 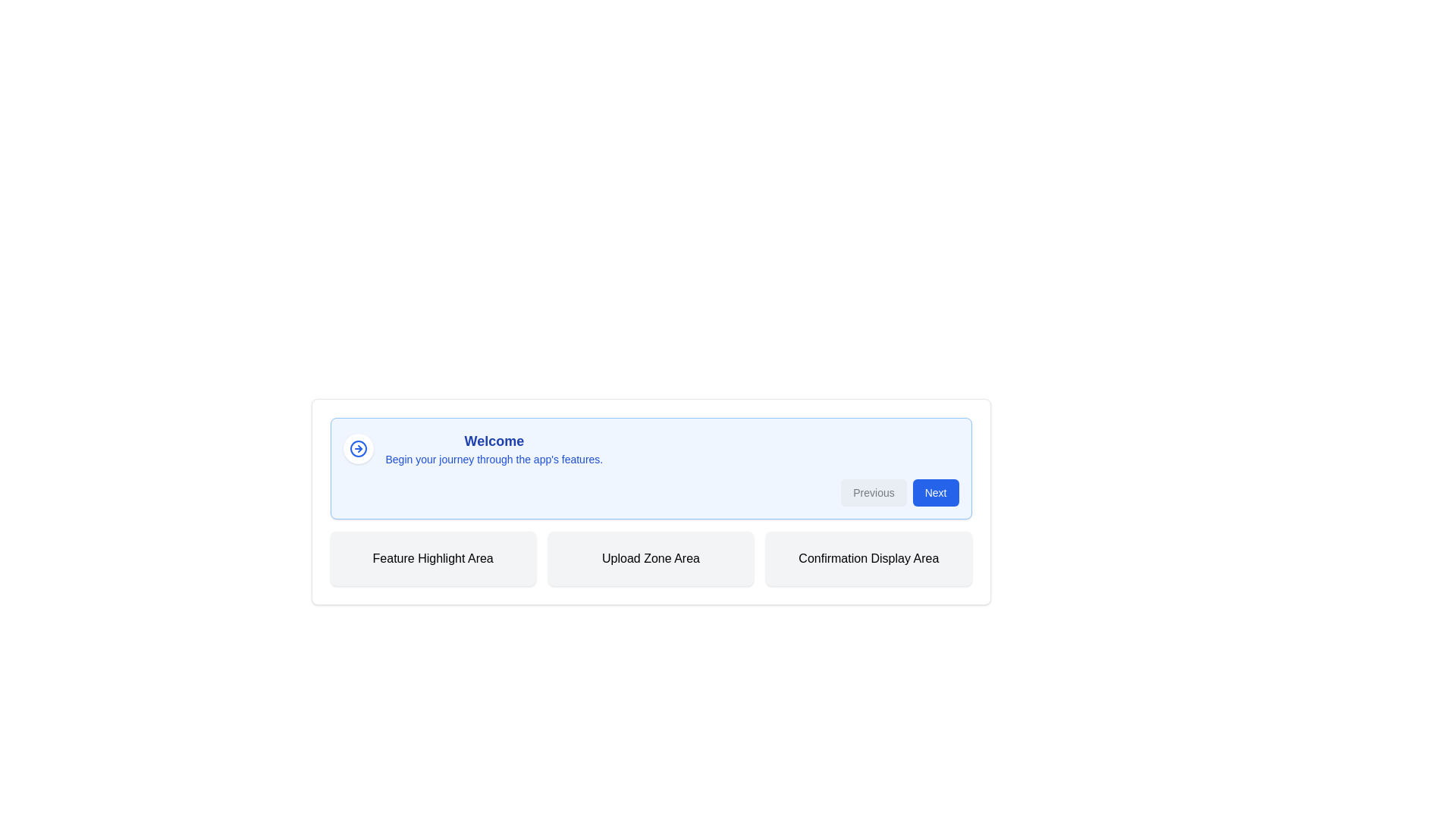 I want to click on the leftmost Label or informational display box that serves as a header for the feature highlight section, positioned below a header section and to the left of the 'Upload Zone Area' and 'Confirmation Display Area', so click(x=432, y=558).